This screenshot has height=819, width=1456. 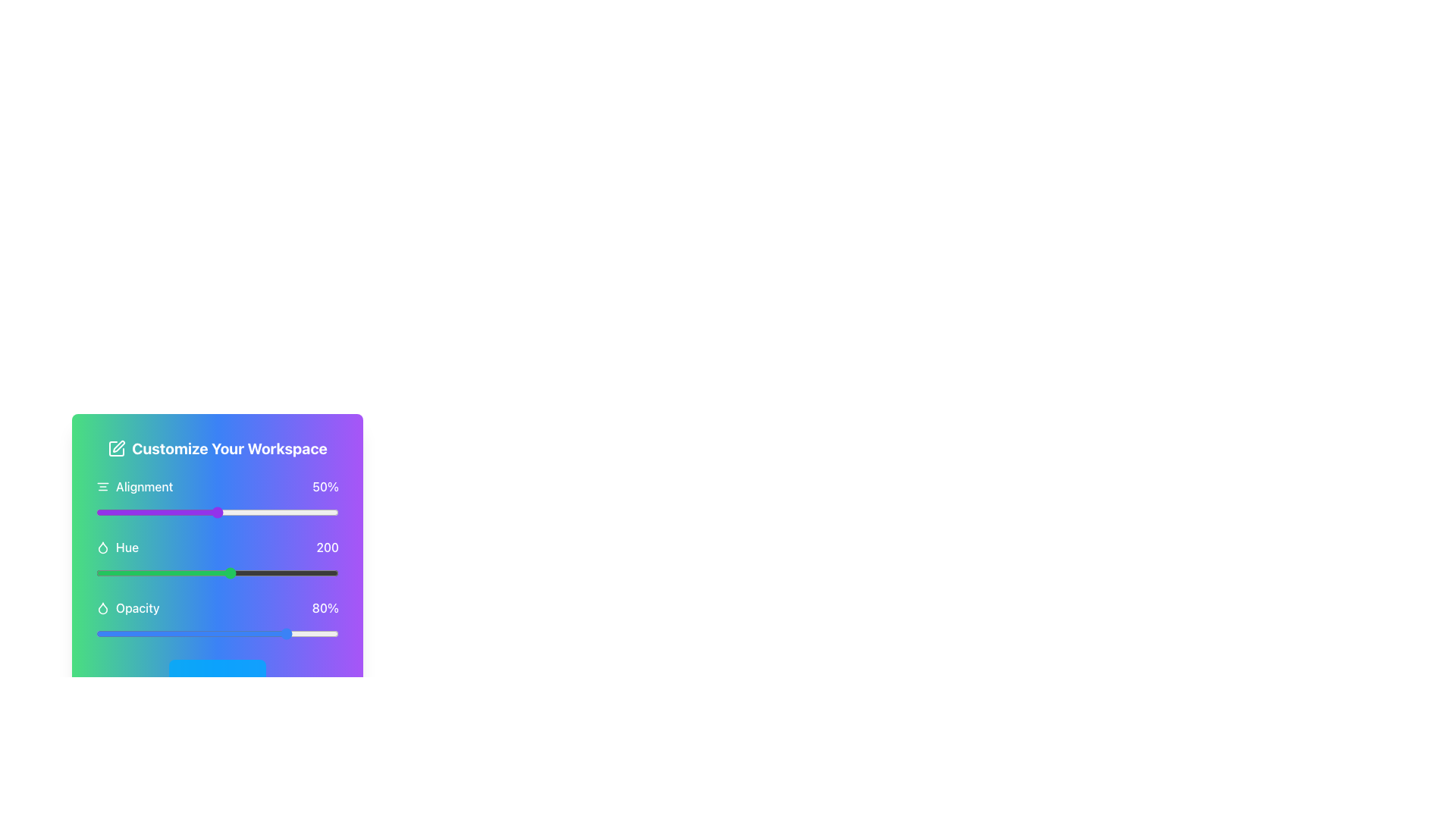 I want to click on the range slider located below the 'Alignment' label and next to the '50%' indicator, so click(x=217, y=512).